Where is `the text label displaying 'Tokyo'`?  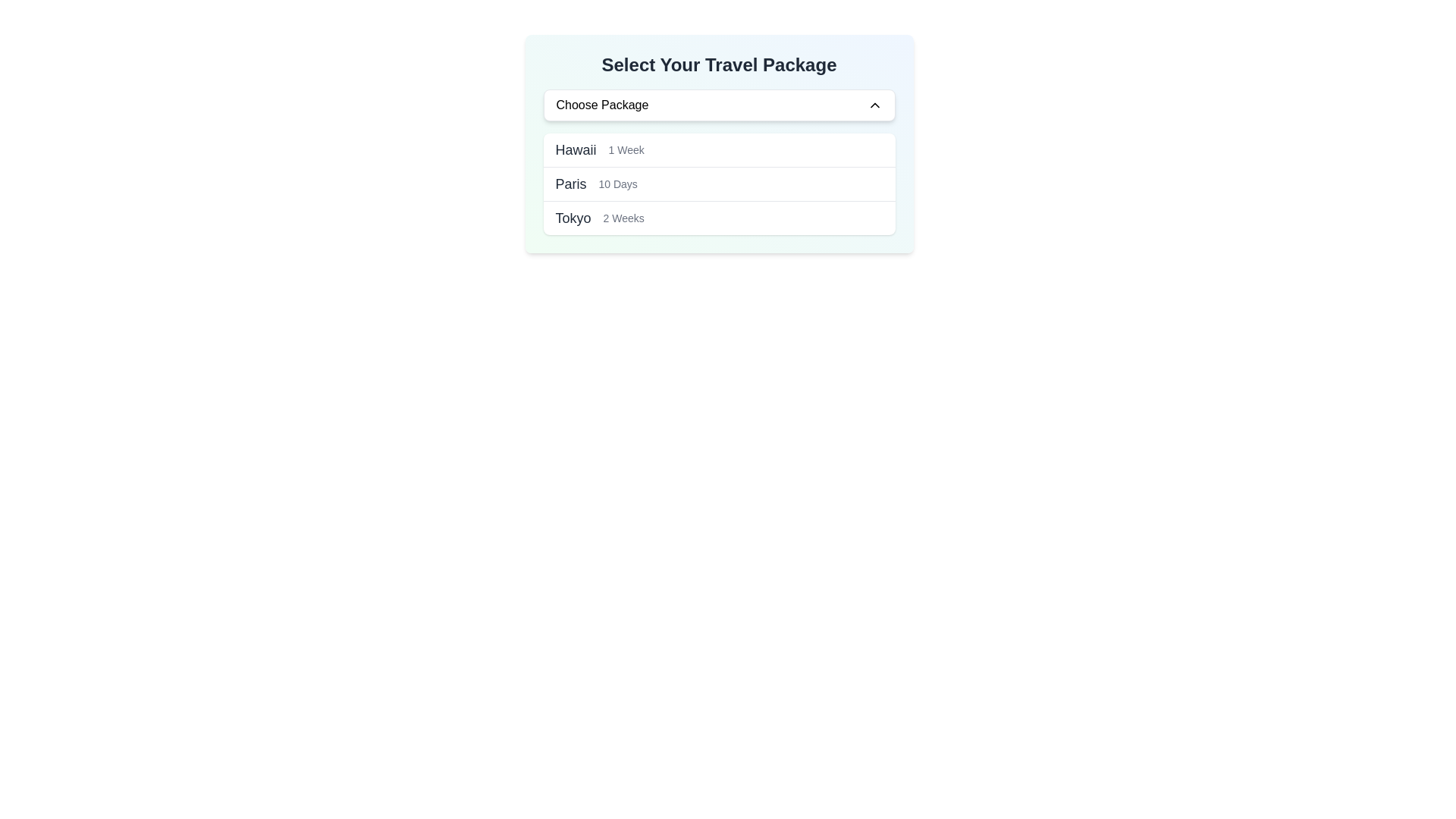 the text label displaying 'Tokyo' is located at coordinates (572, 218).